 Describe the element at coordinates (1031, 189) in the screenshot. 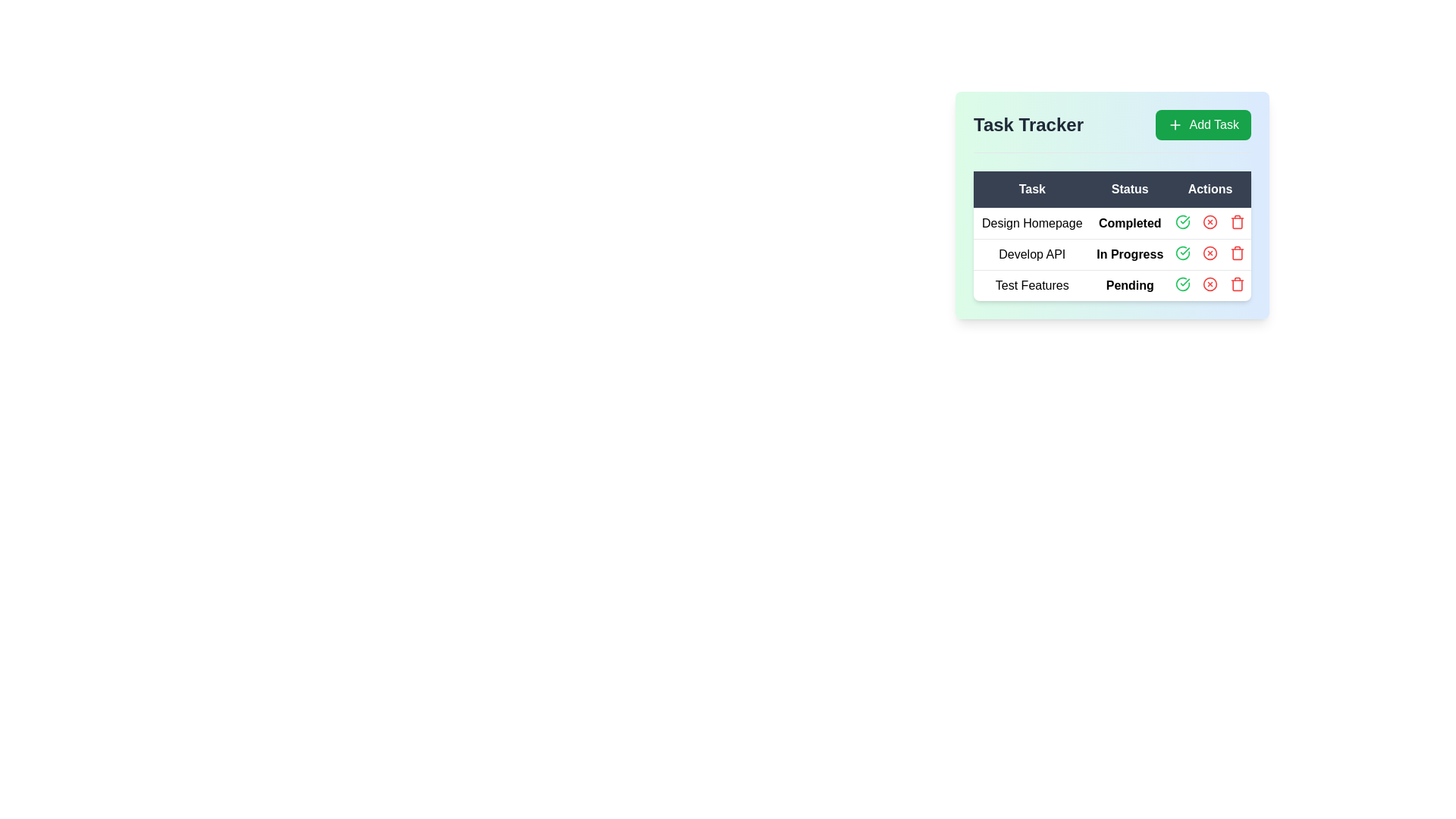

I see `the static text label 'Task' which is styled with a dark background and white text, located at the top-left of the table header area` at that location.